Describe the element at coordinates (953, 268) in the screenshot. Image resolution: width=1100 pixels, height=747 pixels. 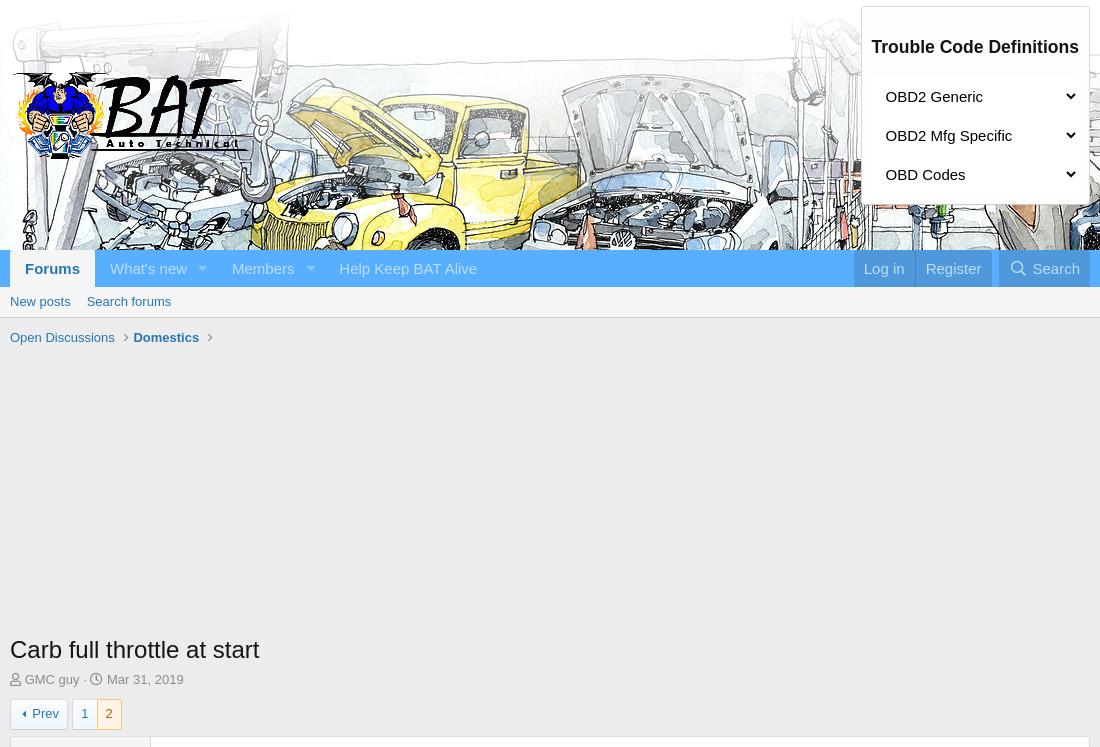
I see `'Register'` at that location.